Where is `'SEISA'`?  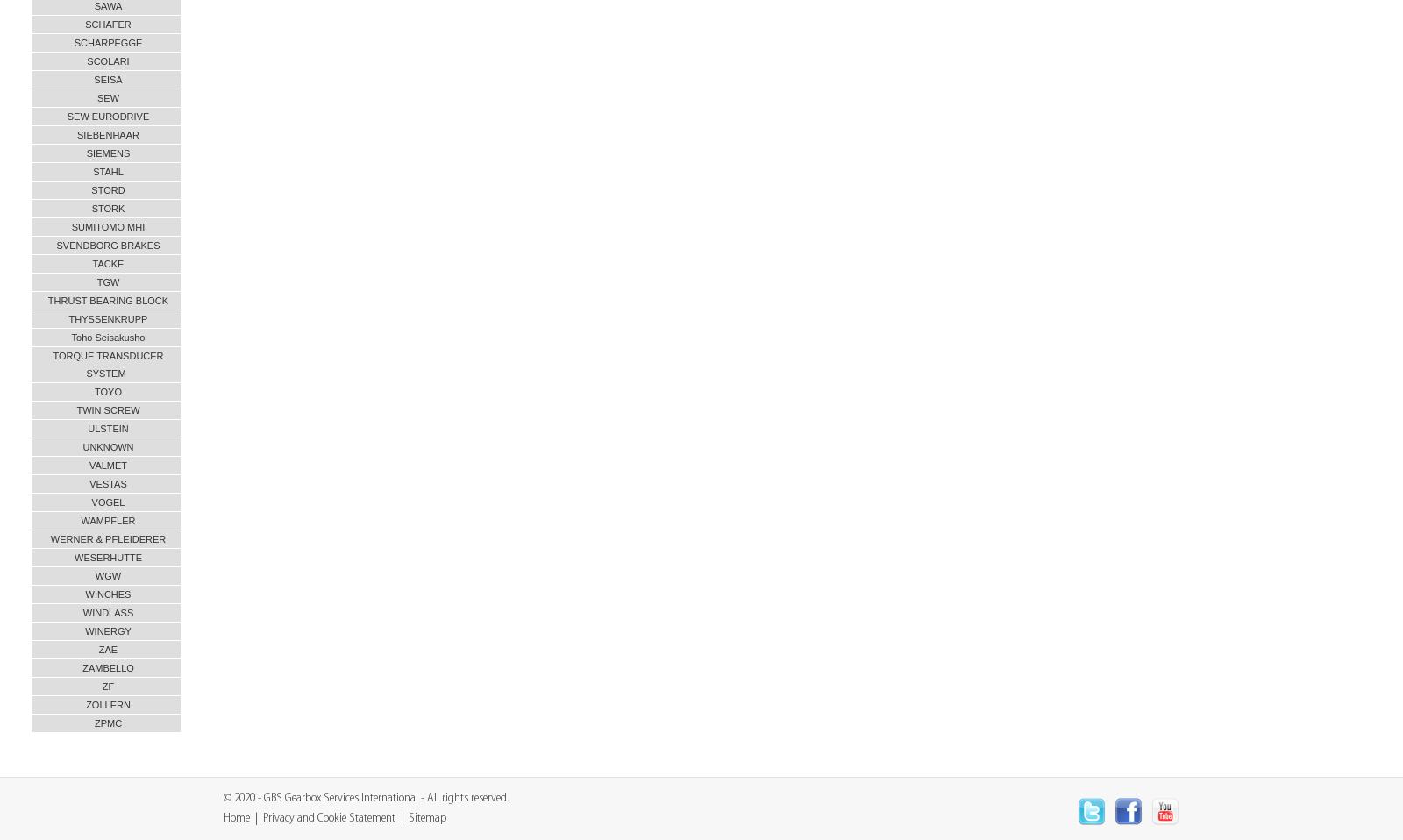
'SEISA' is located at coordinates (107, 80).